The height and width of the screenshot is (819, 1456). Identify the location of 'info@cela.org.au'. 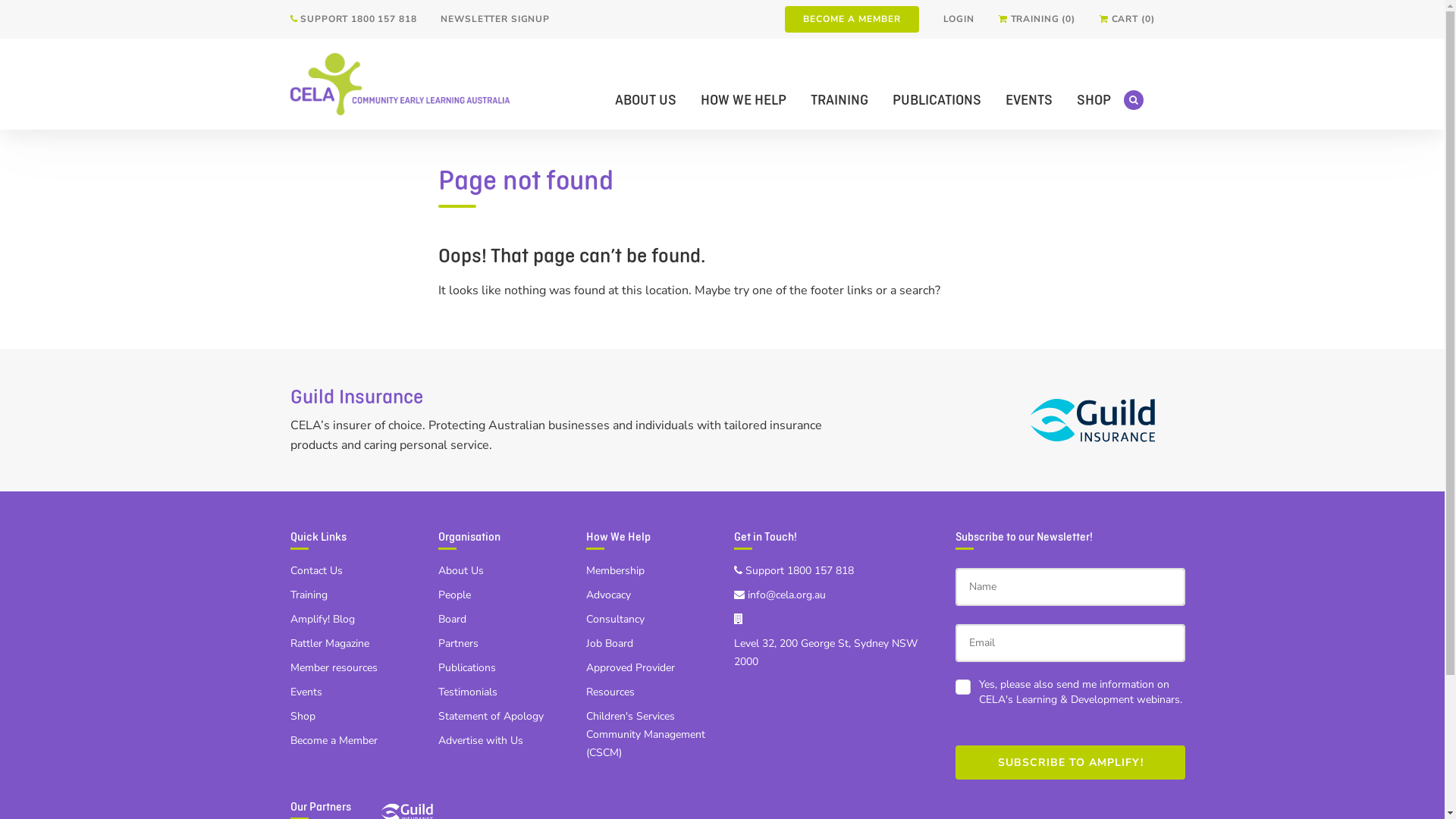
(780, 594).